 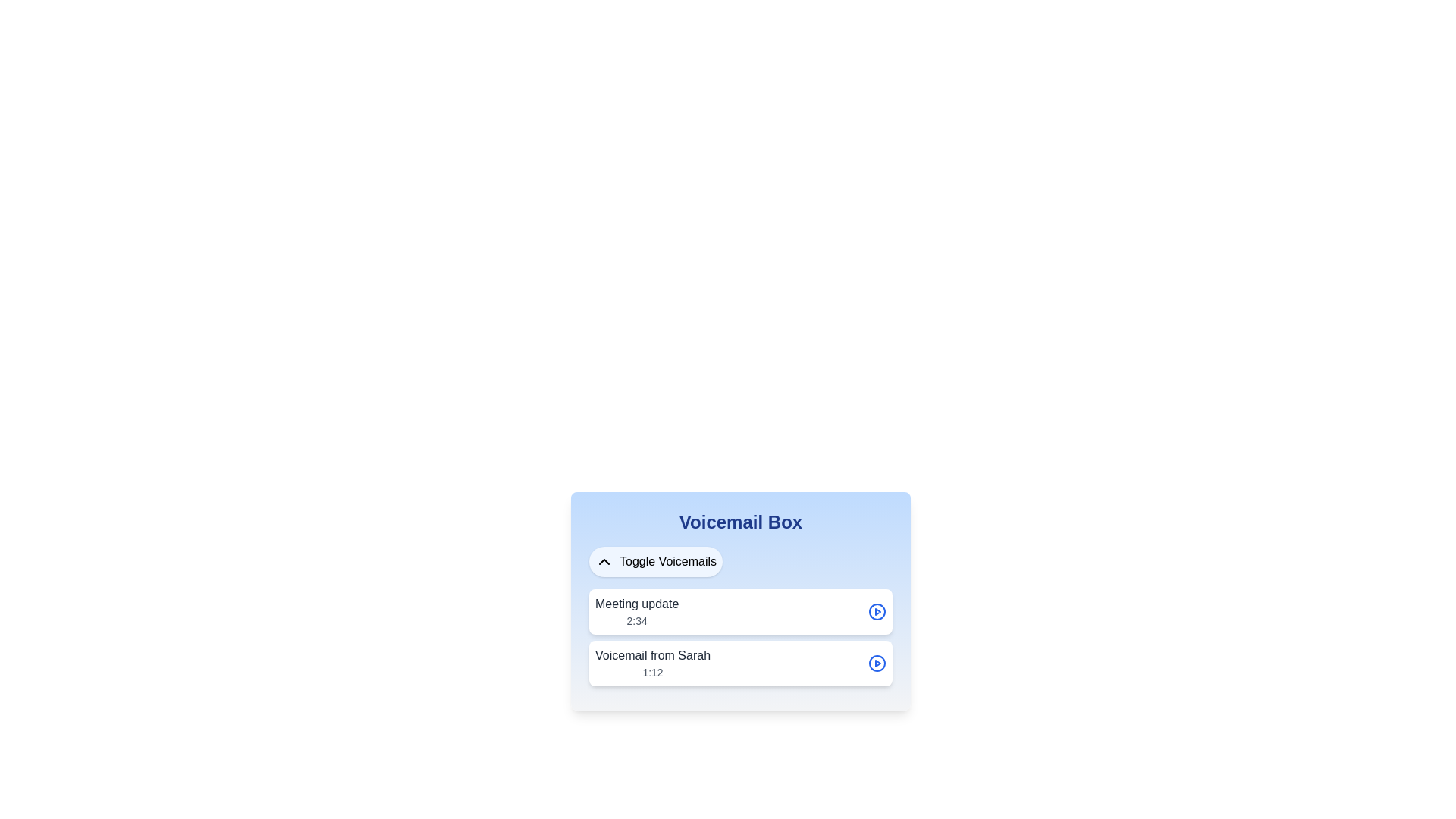 I want to click on the static text label for the voicemail item that displays the title 'Meeting update' and duration '2:34', located at the upper section of the card-like component, so click(x=637, y=610).